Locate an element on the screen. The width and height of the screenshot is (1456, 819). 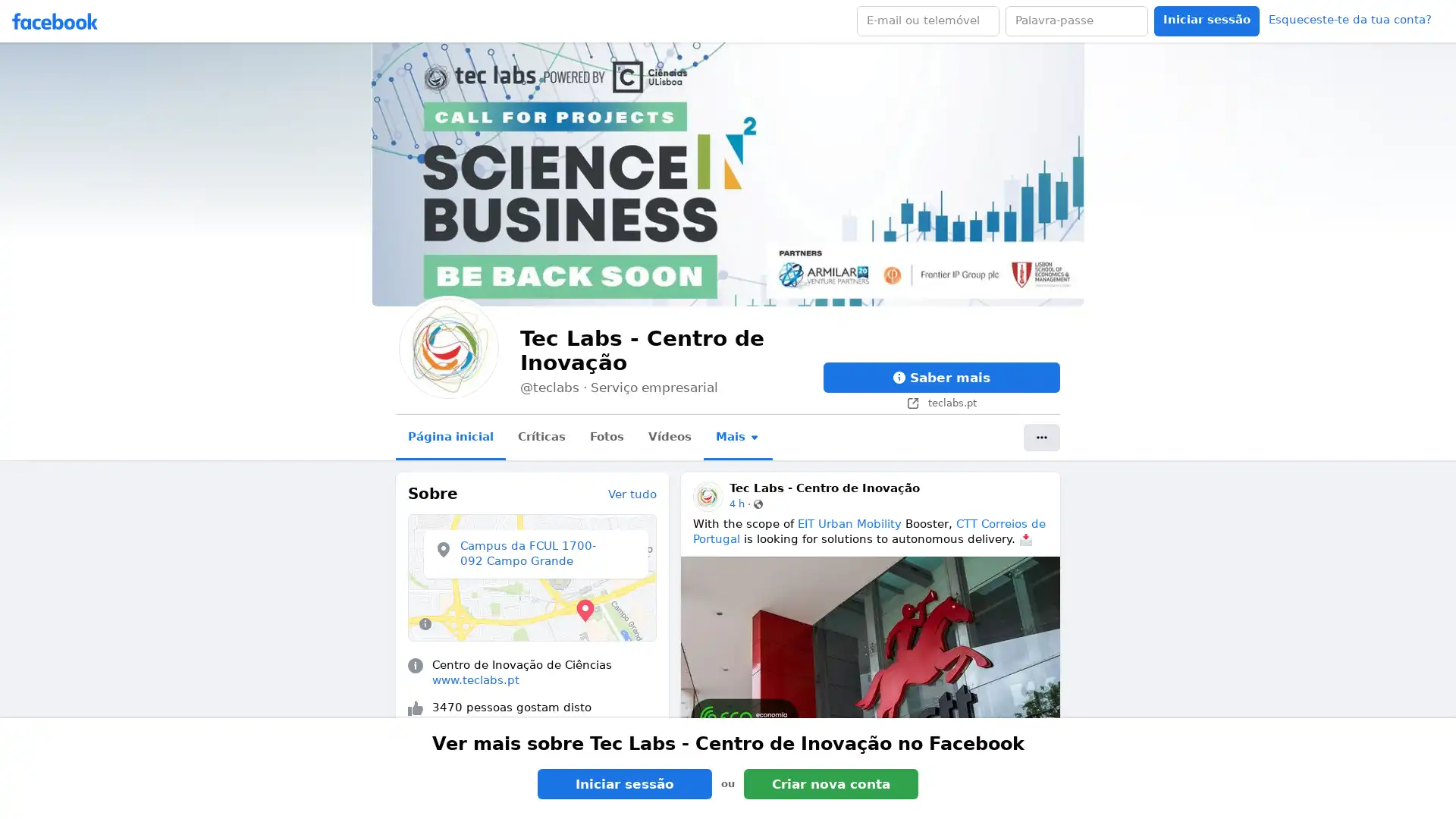
OK is located at coordinates (882, 452).